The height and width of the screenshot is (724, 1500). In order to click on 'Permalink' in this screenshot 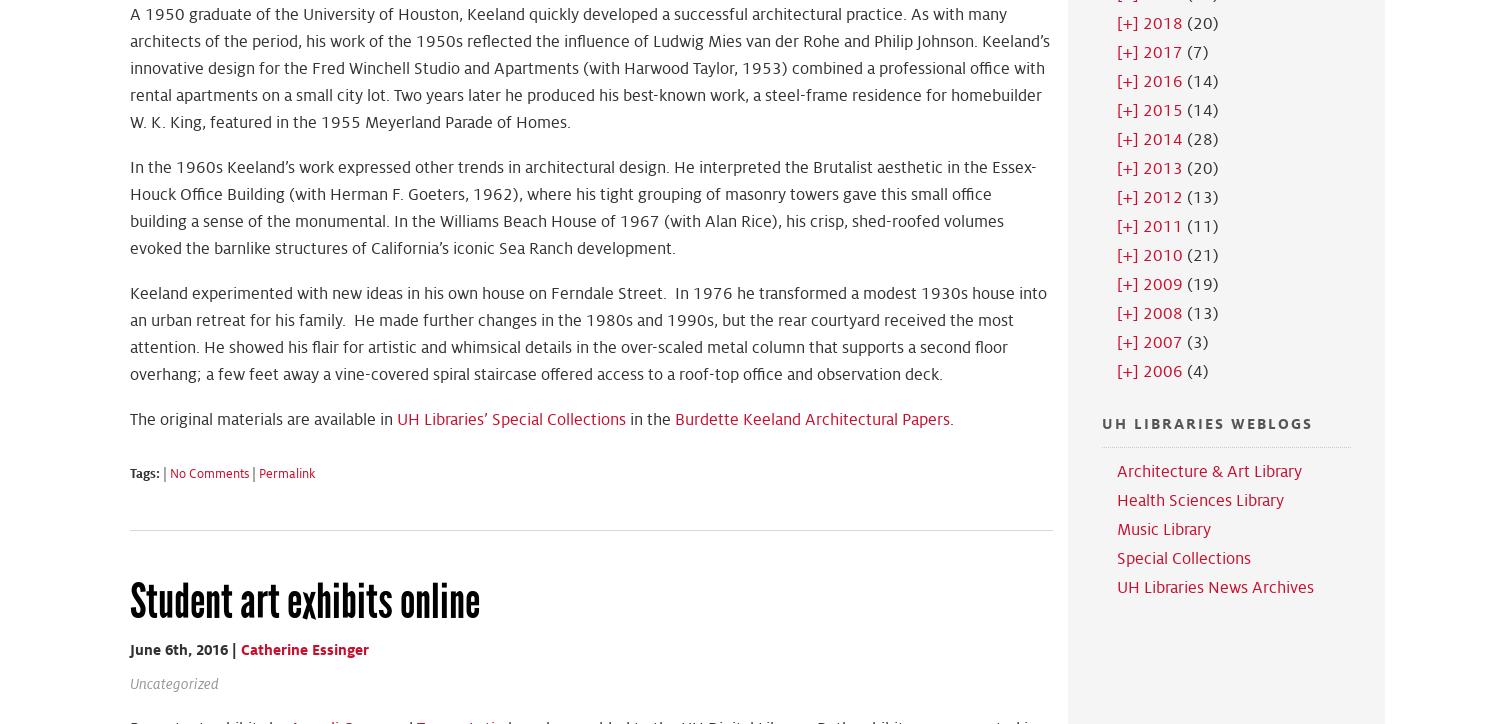, I will do `click(259, 473)`.